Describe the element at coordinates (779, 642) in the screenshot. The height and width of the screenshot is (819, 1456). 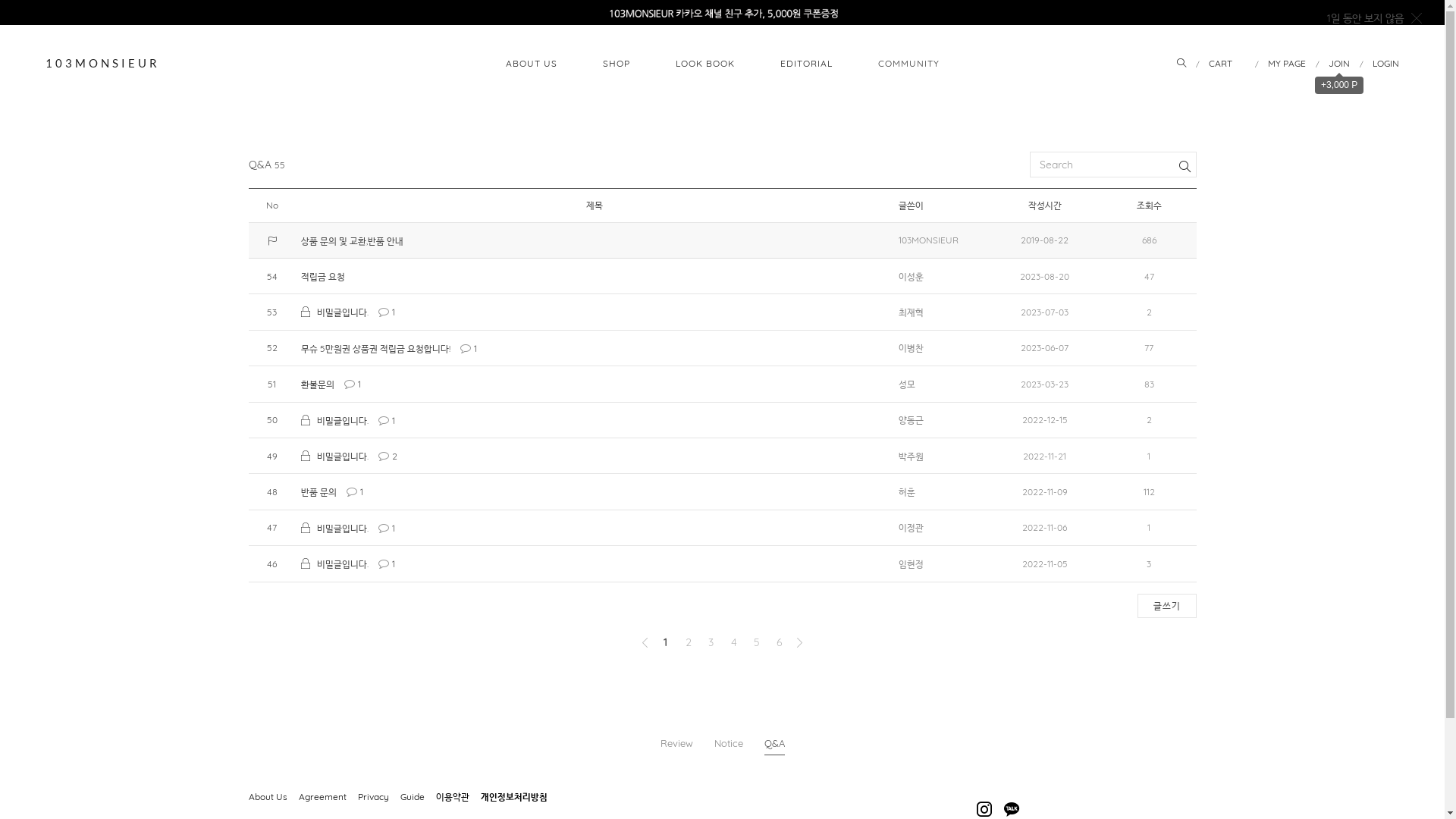
I see `'6'` at that location.